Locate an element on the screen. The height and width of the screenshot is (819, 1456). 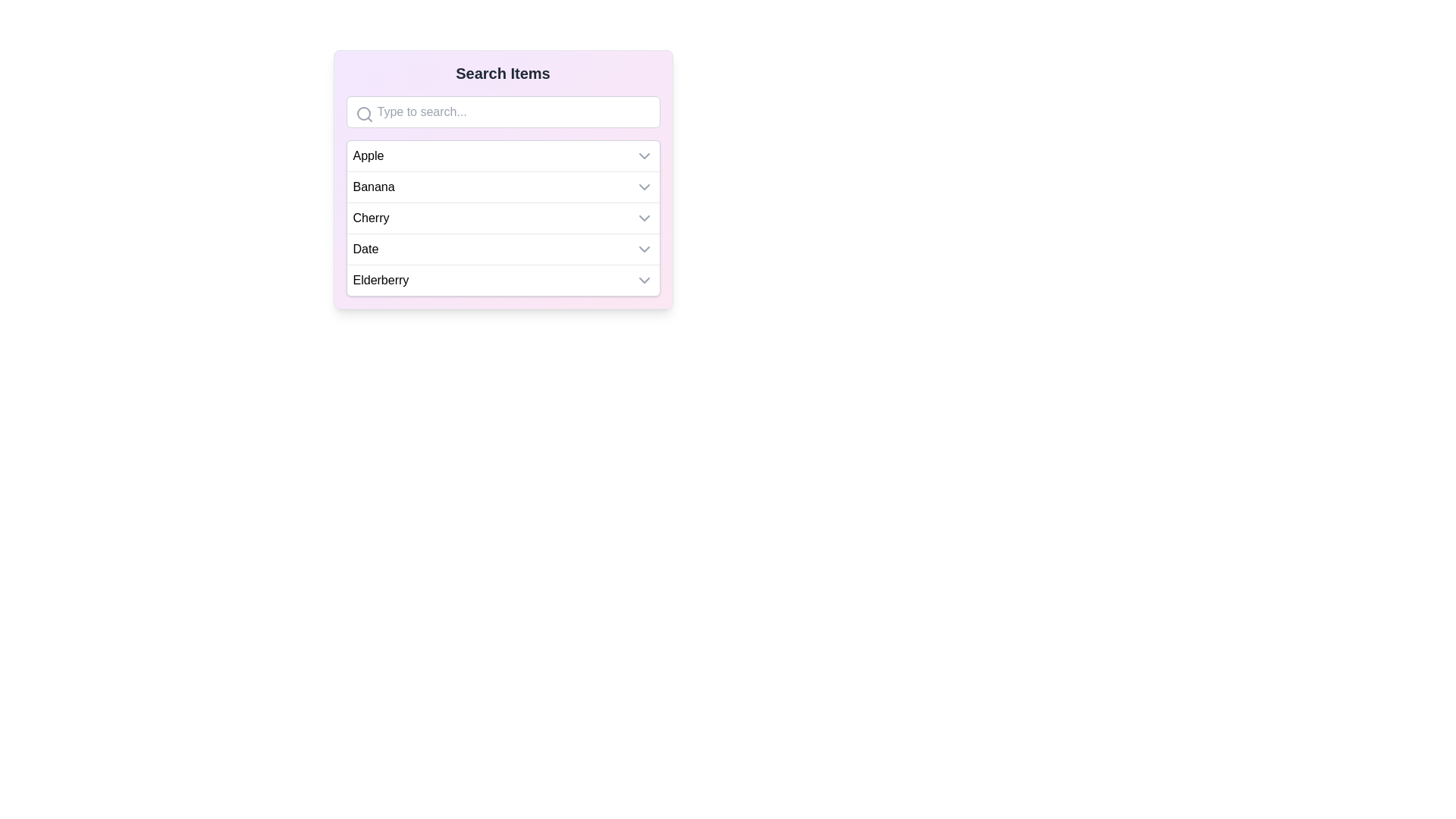
the downward-pointing gray chevron dropdown toggle icon located on the right side of the 'Cherry' row is located at coordinates (644, 218).